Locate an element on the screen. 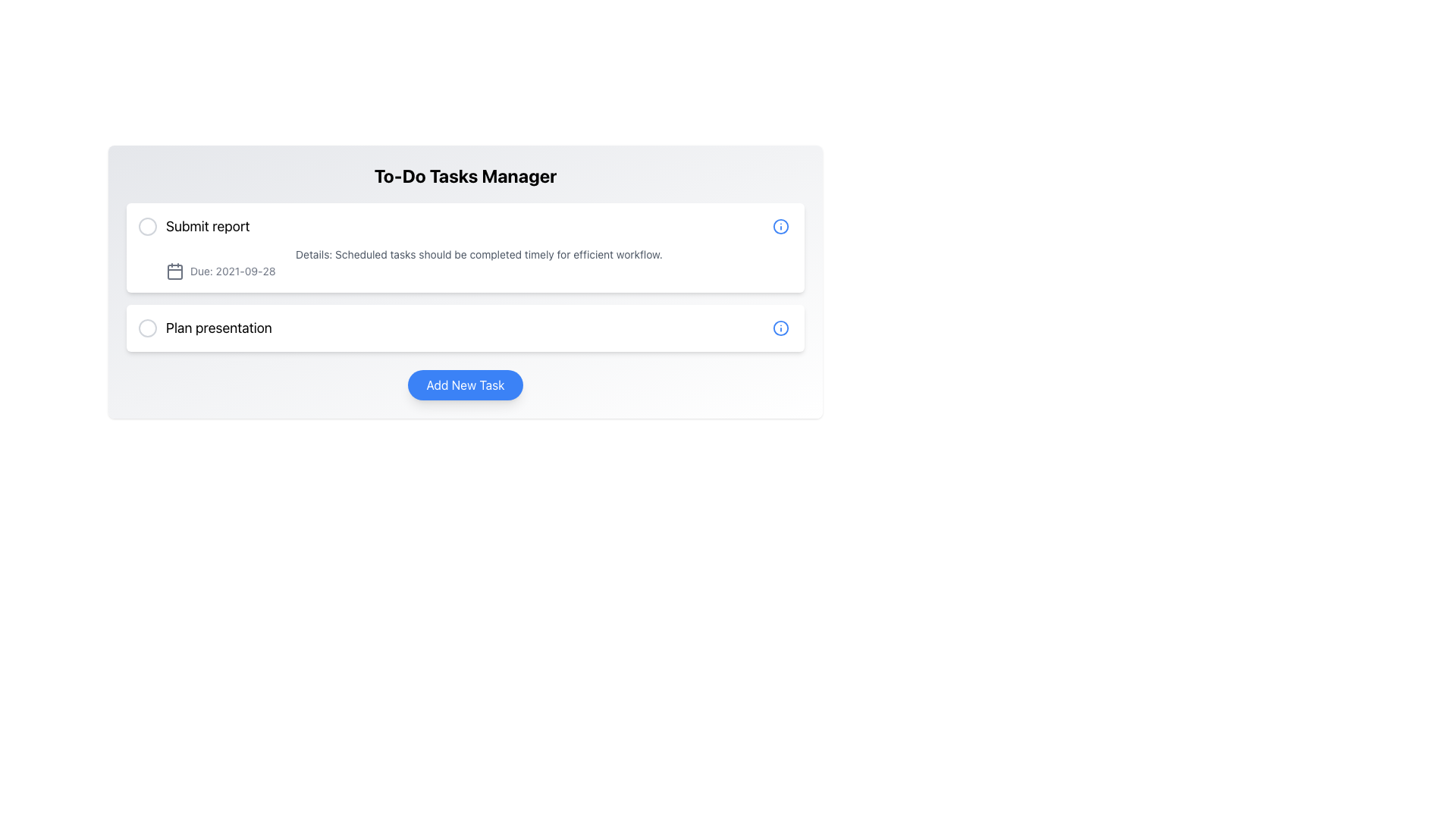 This screenshot has height=819, width=1456. the calendar icon located to the left of the text 'Due: 2021-09-28' in the first task of the 'To-Do Tasks Manager' interface is located at coordinates (174, 271).